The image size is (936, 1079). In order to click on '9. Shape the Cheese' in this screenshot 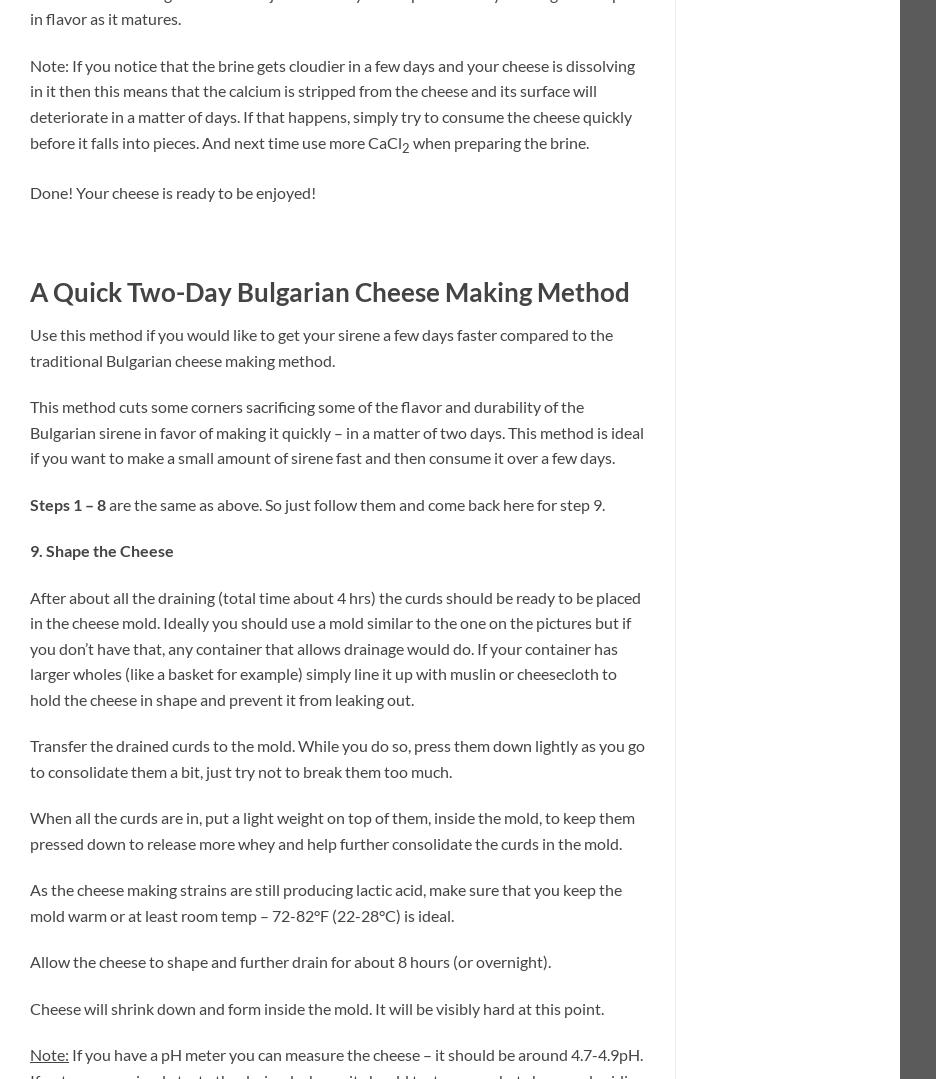, I will do `click(101, 549)`.